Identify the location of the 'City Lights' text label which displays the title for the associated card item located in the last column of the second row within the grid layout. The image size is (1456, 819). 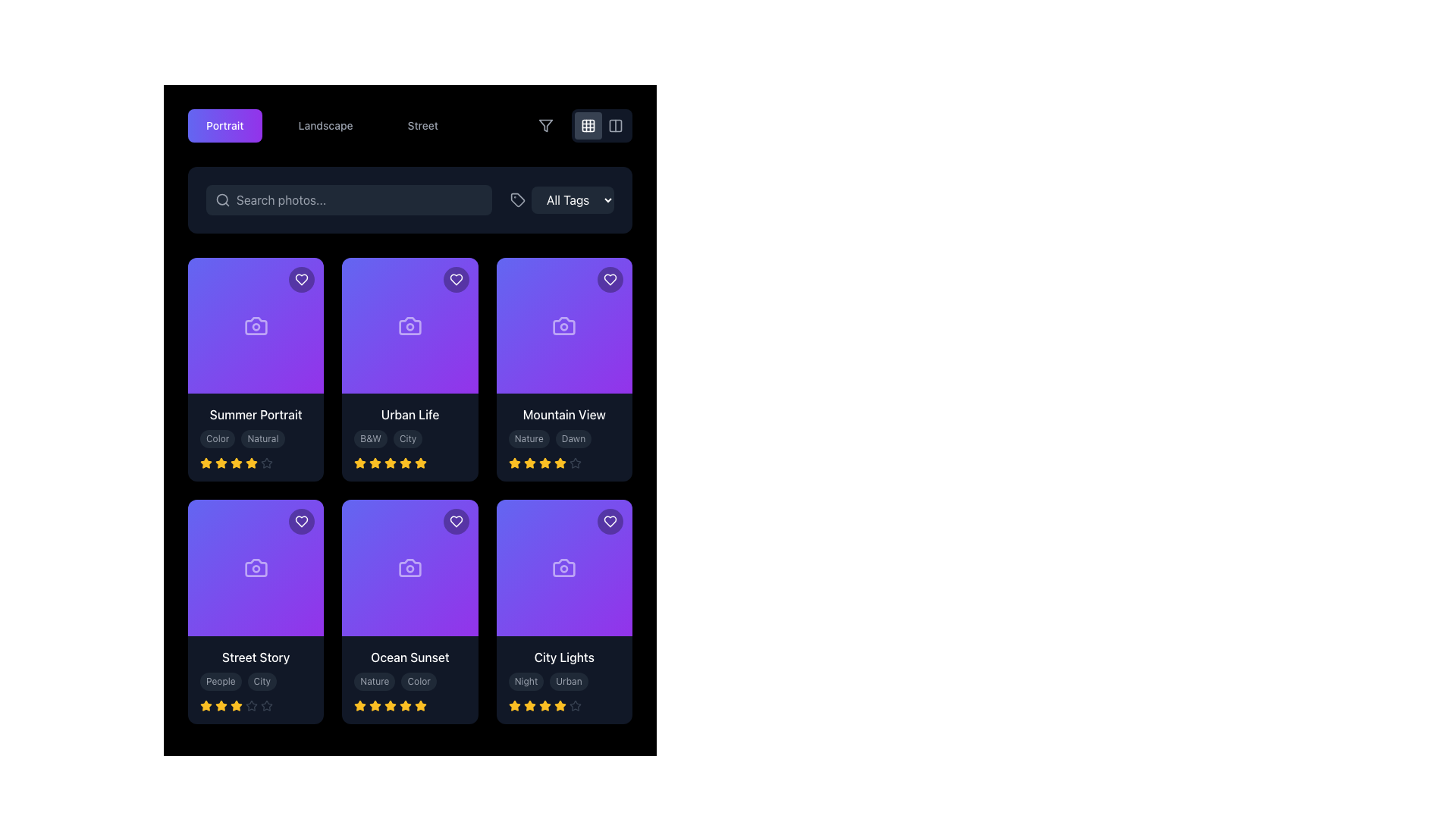
(563, 656).